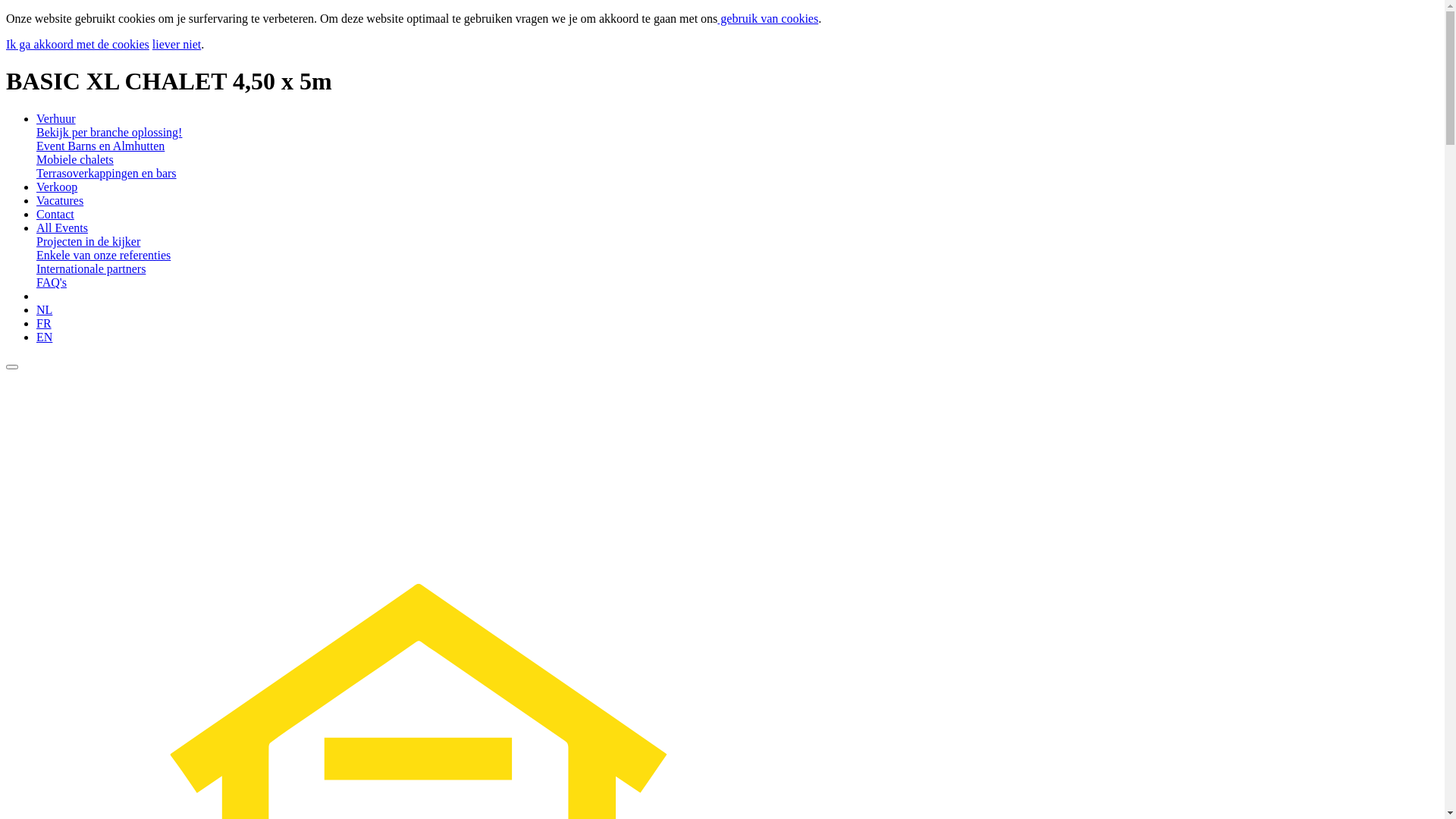 Image resolution: width=1456 pixels, height=819 pixels. Describe the element at coordinates (177, 43) in the screenshot. I see `'liever niet'` at that location.